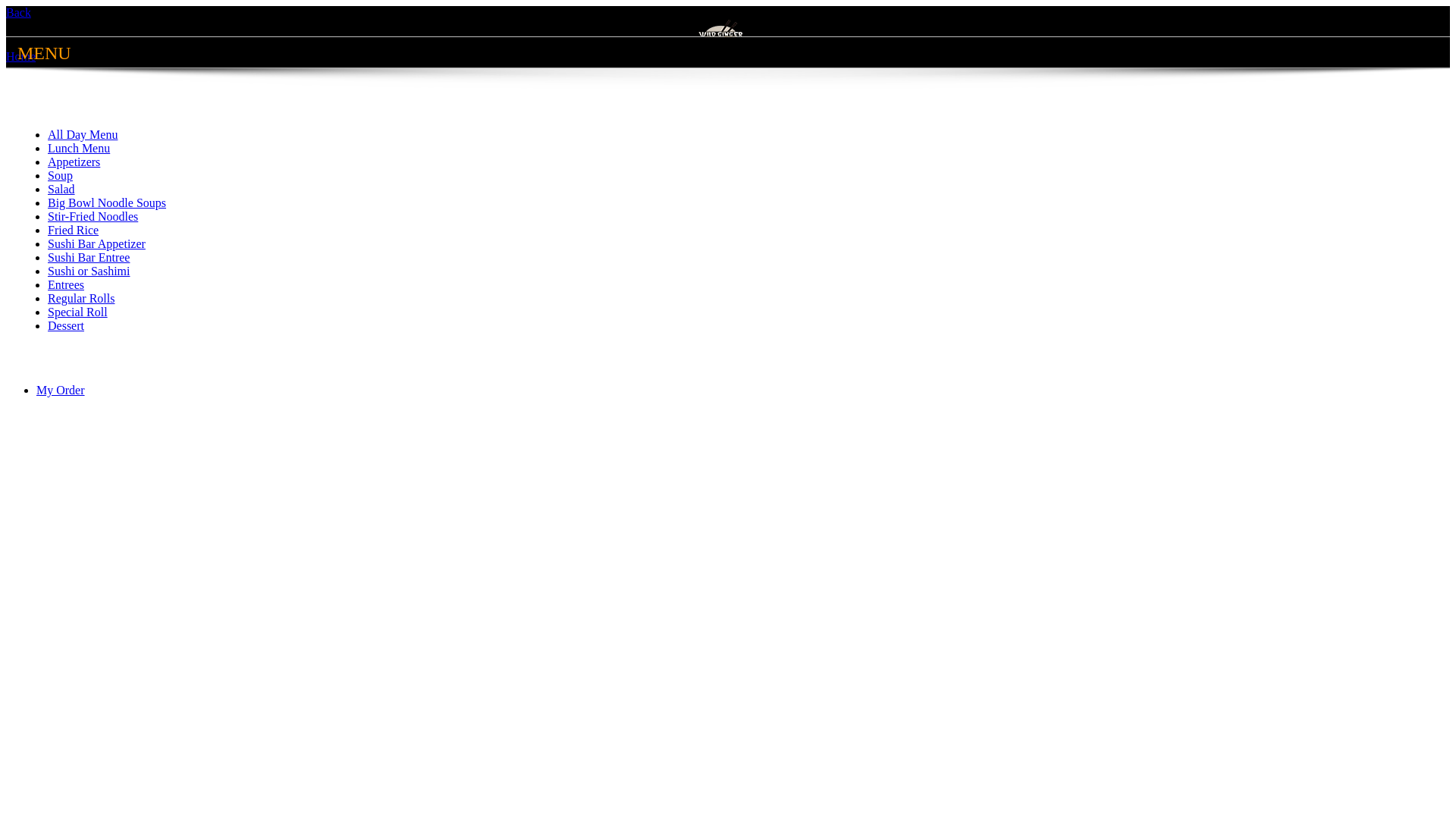  What do you see at coordinates (82, 133) in the screenshot?
I see `'All Day Menu'` at bounding box center [82, 133].